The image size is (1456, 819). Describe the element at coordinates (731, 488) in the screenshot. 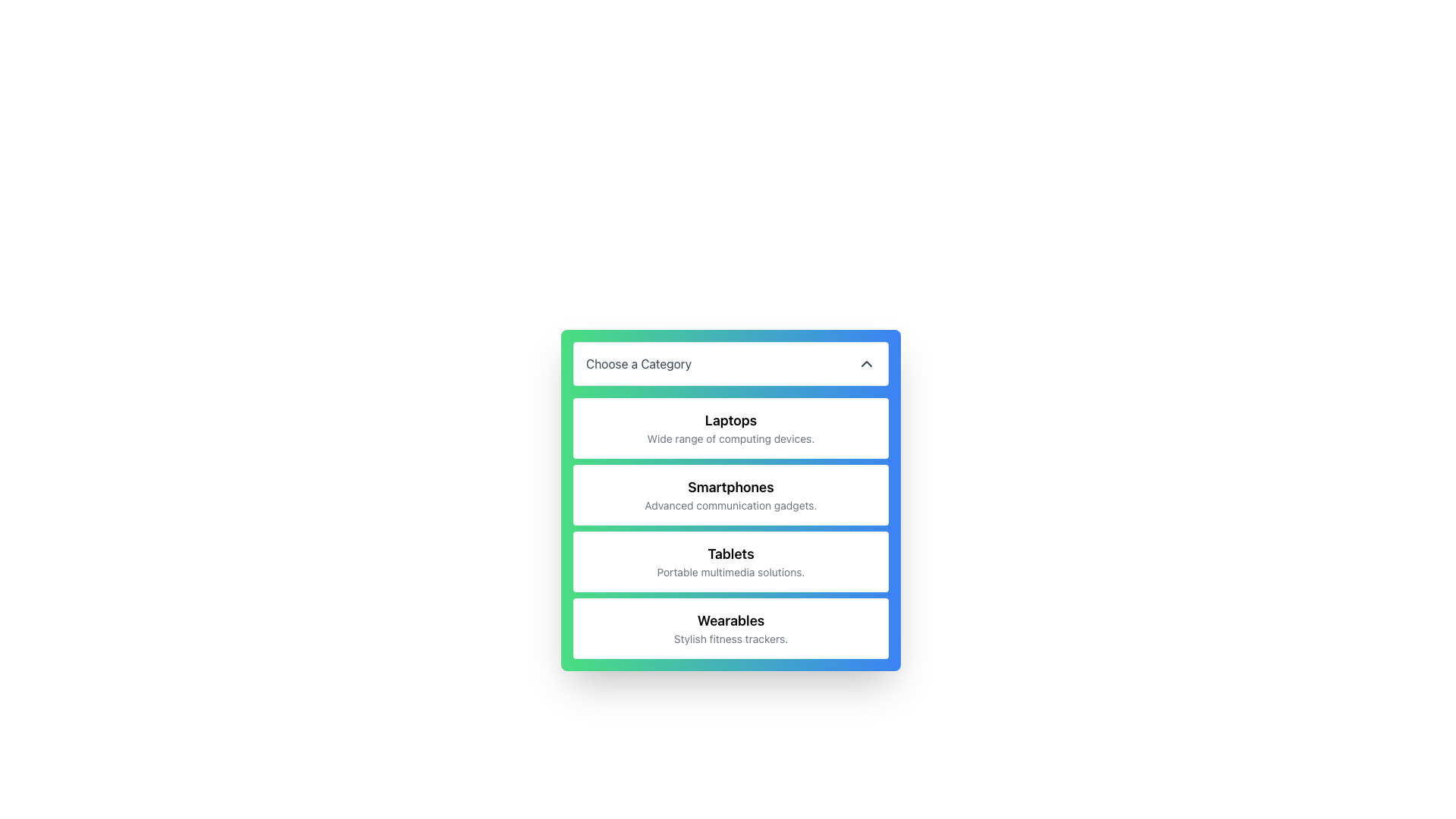

I see `the heading titled 'Smartphones' which serves as a category label in the interactive menu, positioned below the 'Laptops' tile and above the 'Tablets' tile` at that location.